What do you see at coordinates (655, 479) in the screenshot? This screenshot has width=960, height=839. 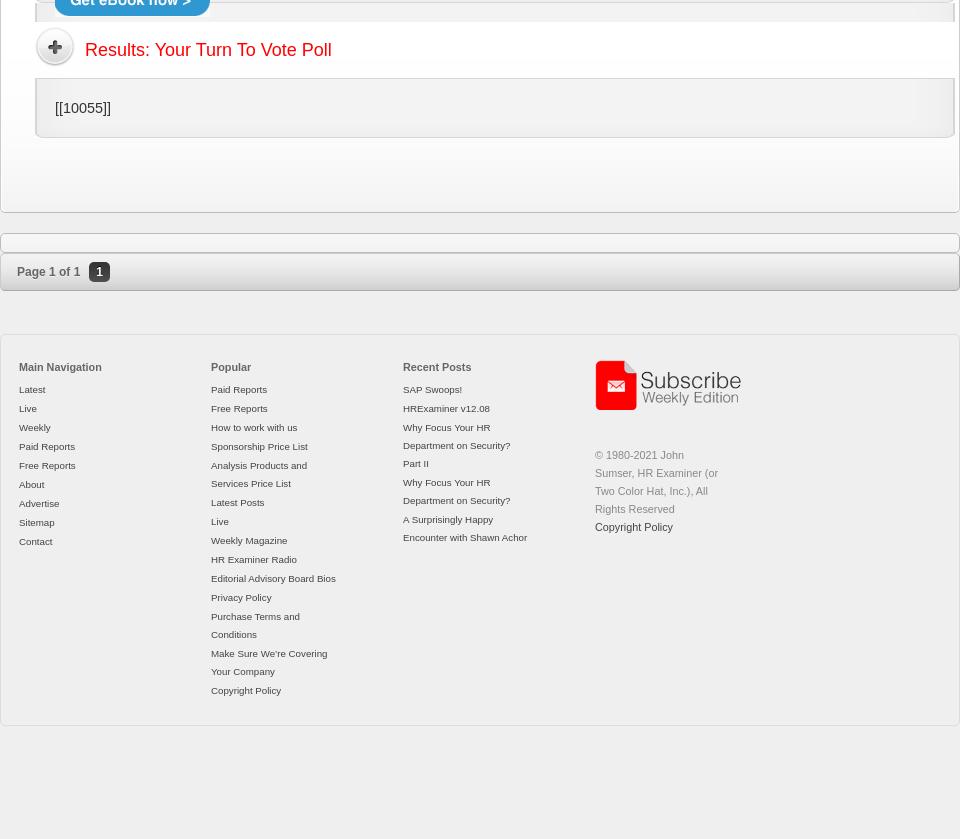 I see `'© 1980-2021 John Sumser, HR Examiner (or Two Color Hat, Inc.), All Rights Reserved'` at bounding box center [655, 479].